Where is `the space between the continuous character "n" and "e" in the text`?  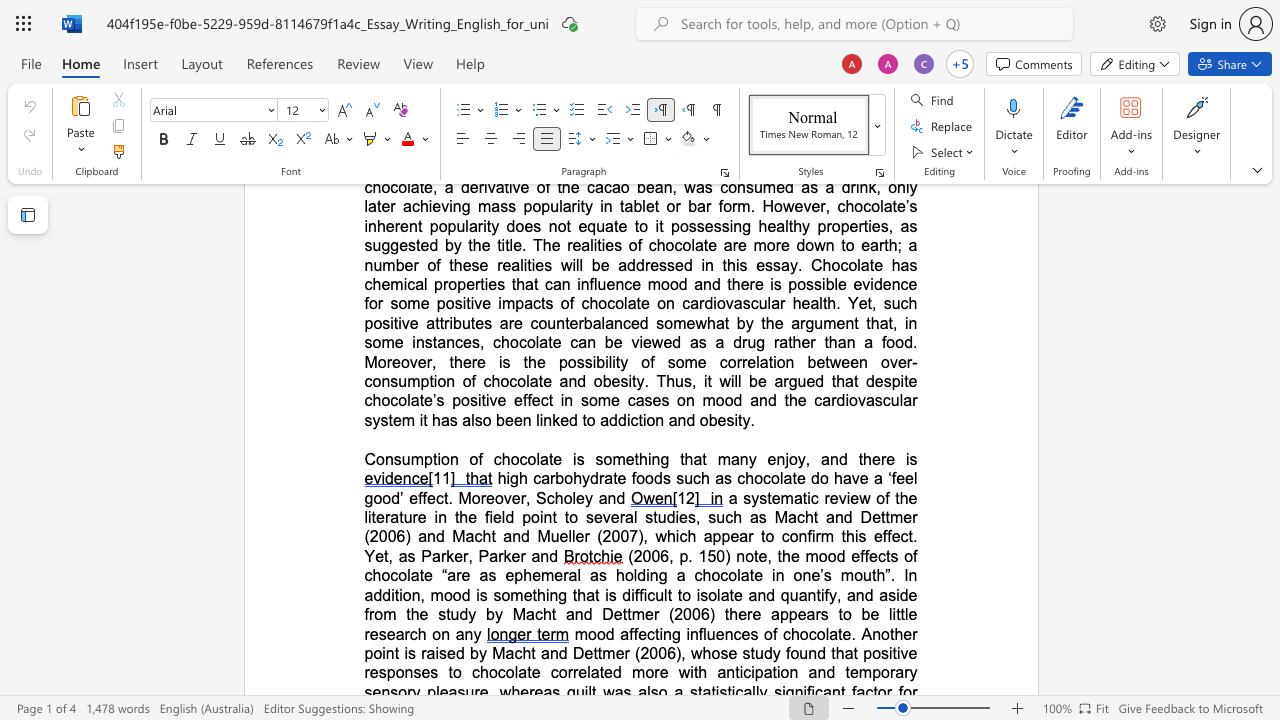 the space between the continuous character "n" and "e" in the text is located at coordinates (811, 575).